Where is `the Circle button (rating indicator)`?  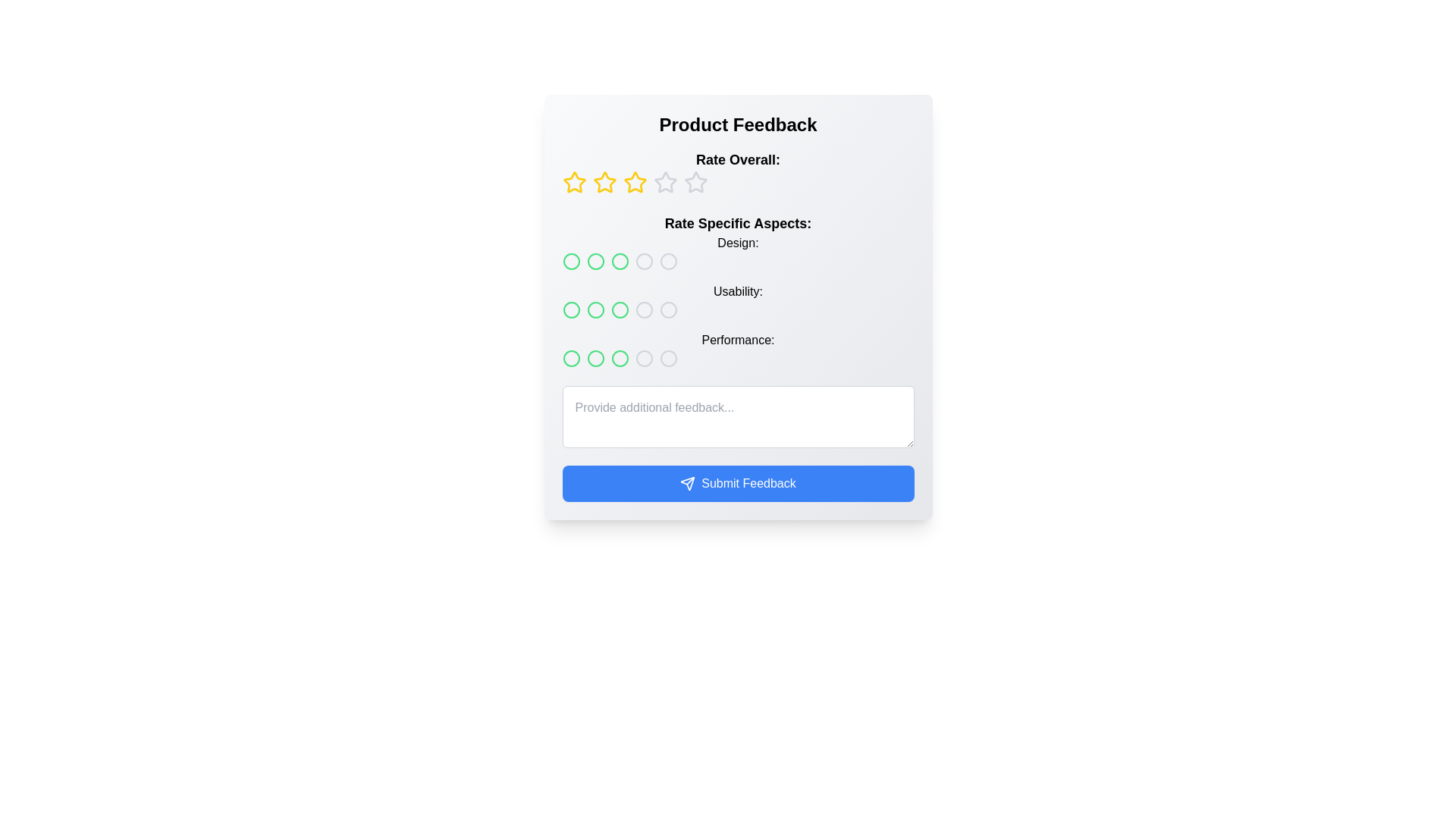 the Circle button (rating indicator) is located at coordinates (667, 309).